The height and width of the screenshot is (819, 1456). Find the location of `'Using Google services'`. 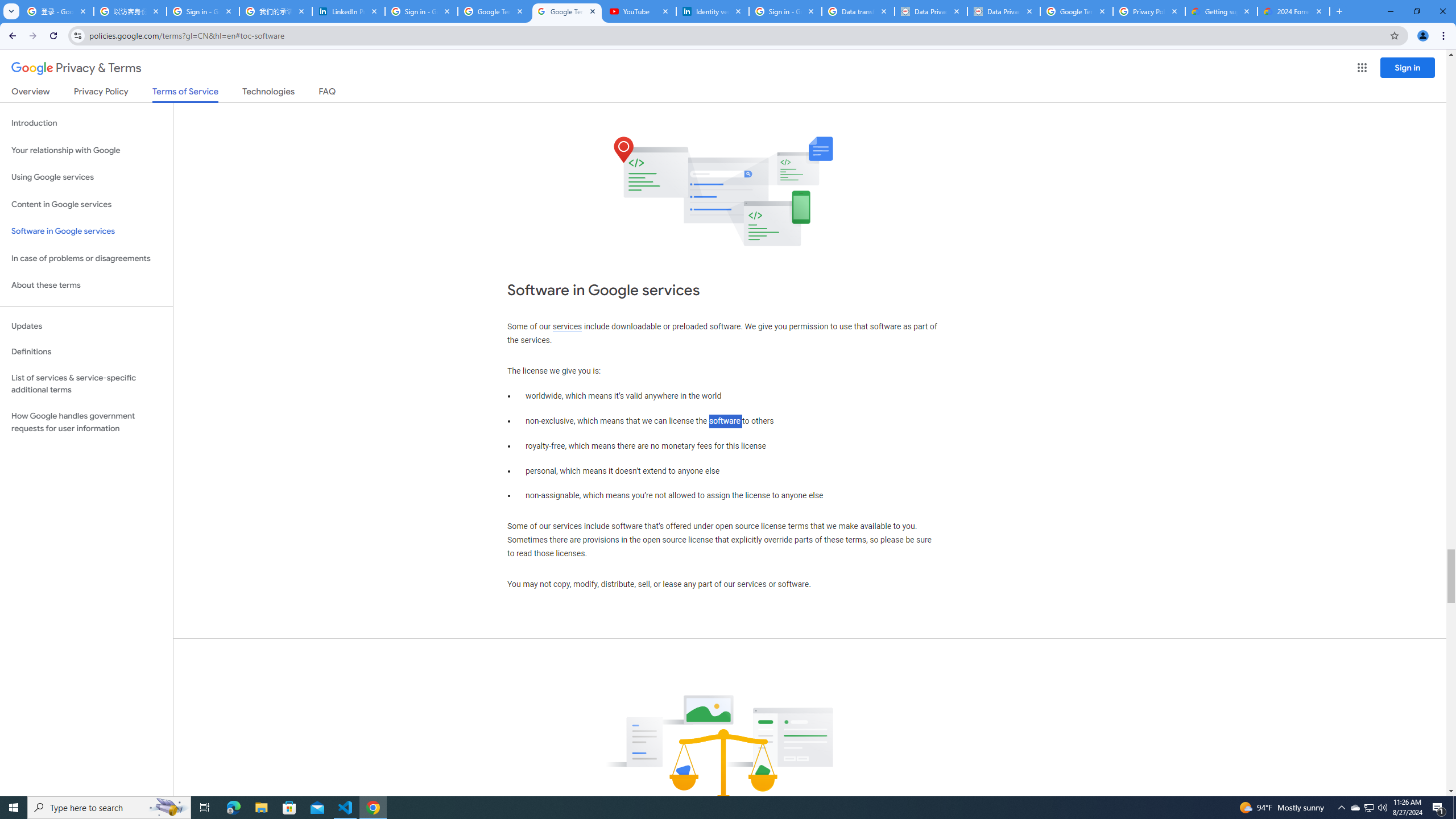

'Using Google services' is located at coordinates (86, 176).